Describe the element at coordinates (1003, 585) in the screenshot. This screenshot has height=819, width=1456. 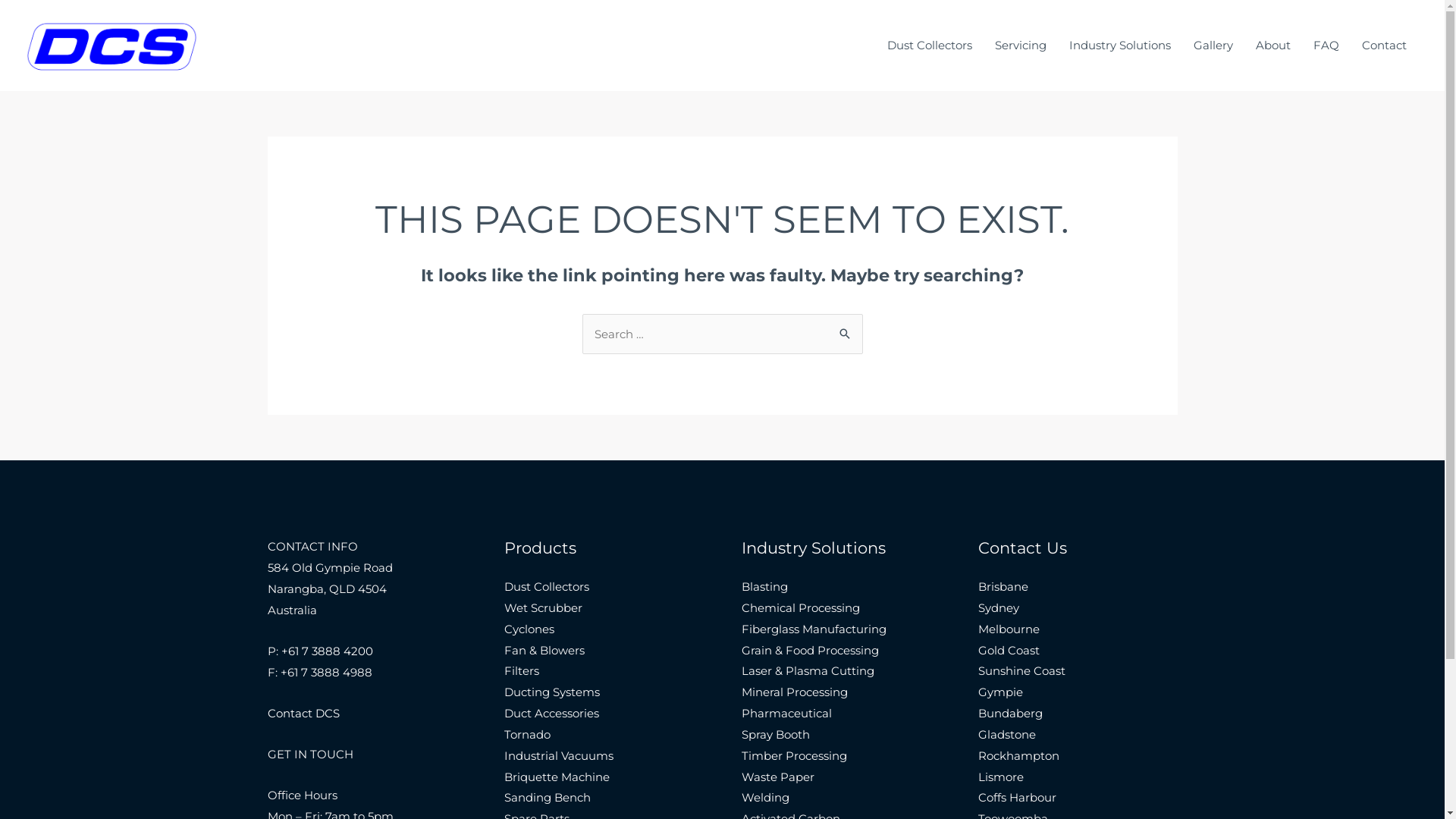
I see `'Brisbane'` at that location.